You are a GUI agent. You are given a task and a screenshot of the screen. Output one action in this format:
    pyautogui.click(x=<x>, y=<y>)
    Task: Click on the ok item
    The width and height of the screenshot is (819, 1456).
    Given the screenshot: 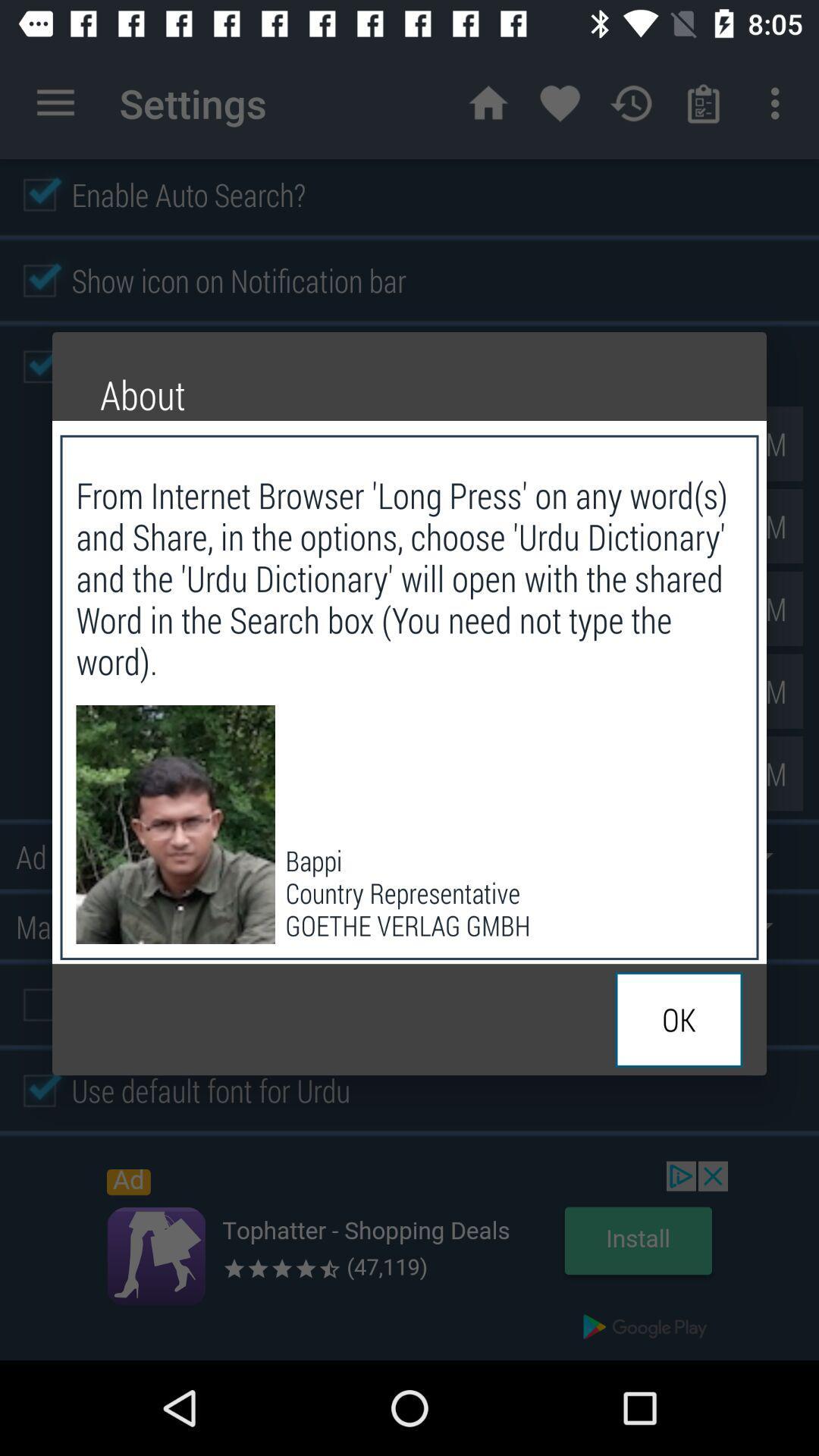 What is the action you would take?
    pyautogui.click(x=678, y=1019)
    